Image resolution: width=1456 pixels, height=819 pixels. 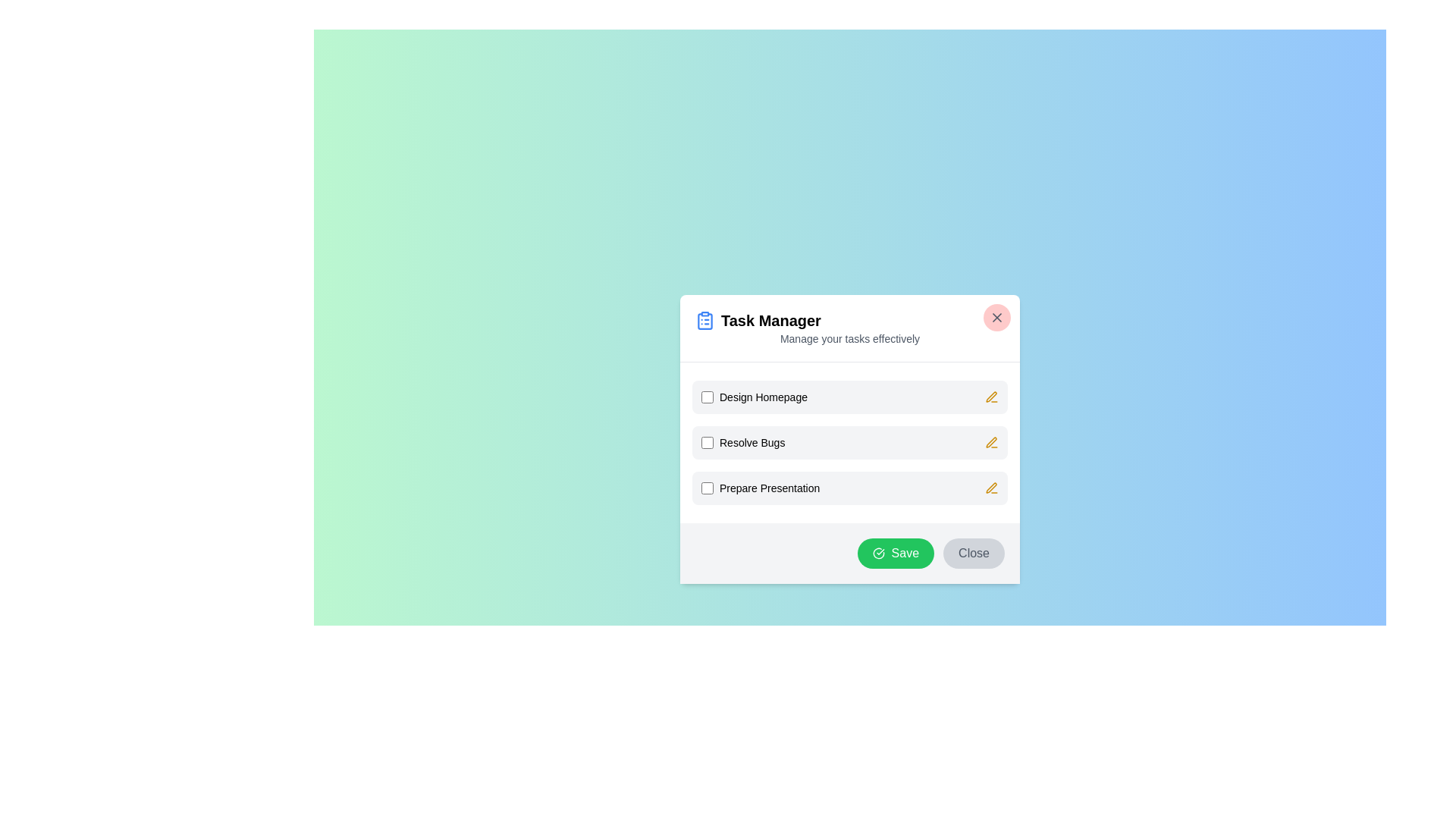 I want to click on the text label associated with the first task in the list, which is 'Design Homepage', so click(x=754, y=396).